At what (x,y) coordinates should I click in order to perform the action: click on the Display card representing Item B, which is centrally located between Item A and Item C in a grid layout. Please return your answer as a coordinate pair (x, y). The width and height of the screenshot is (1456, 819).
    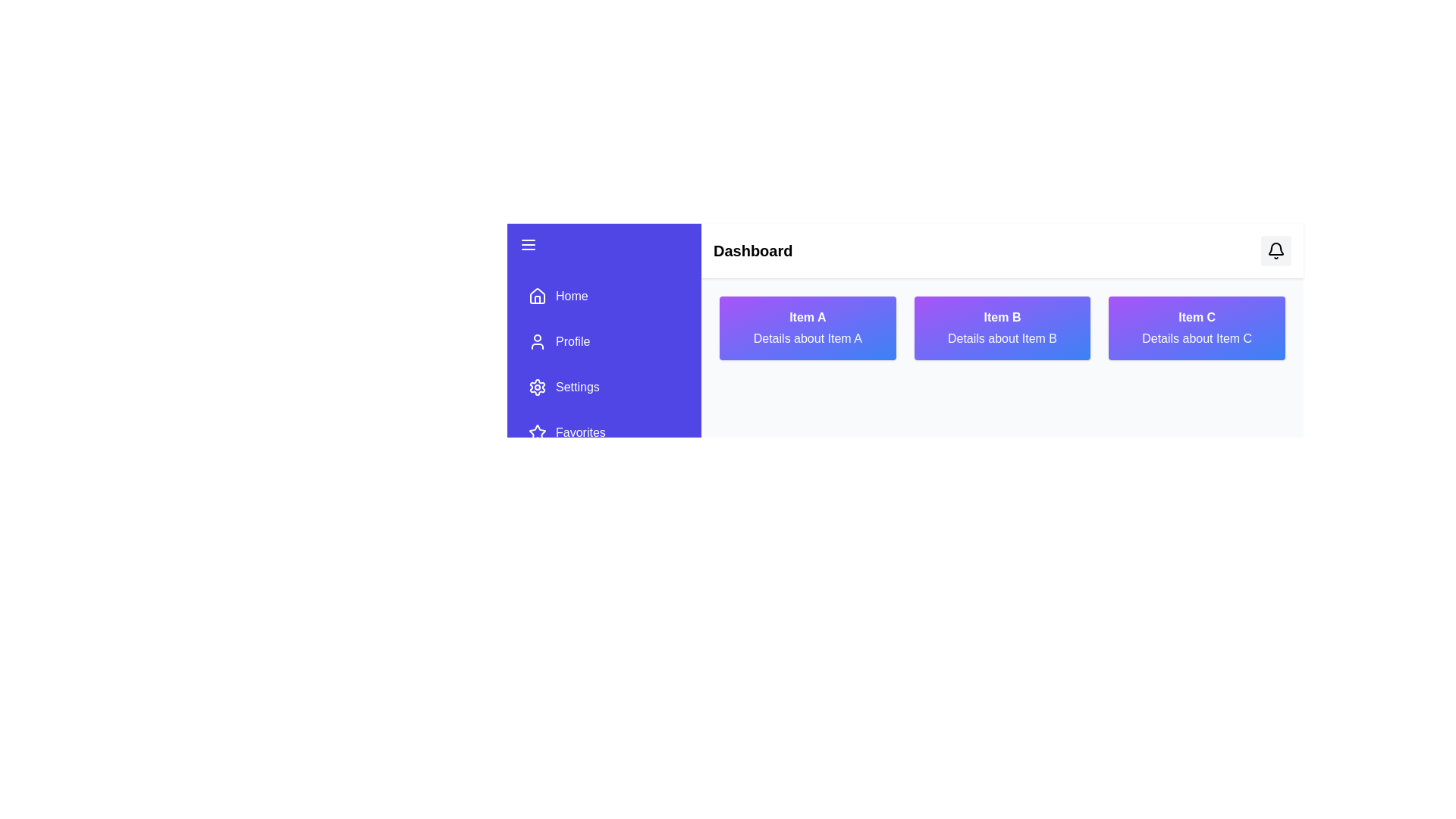
    Looking at the image, I should click on (1002, 327).